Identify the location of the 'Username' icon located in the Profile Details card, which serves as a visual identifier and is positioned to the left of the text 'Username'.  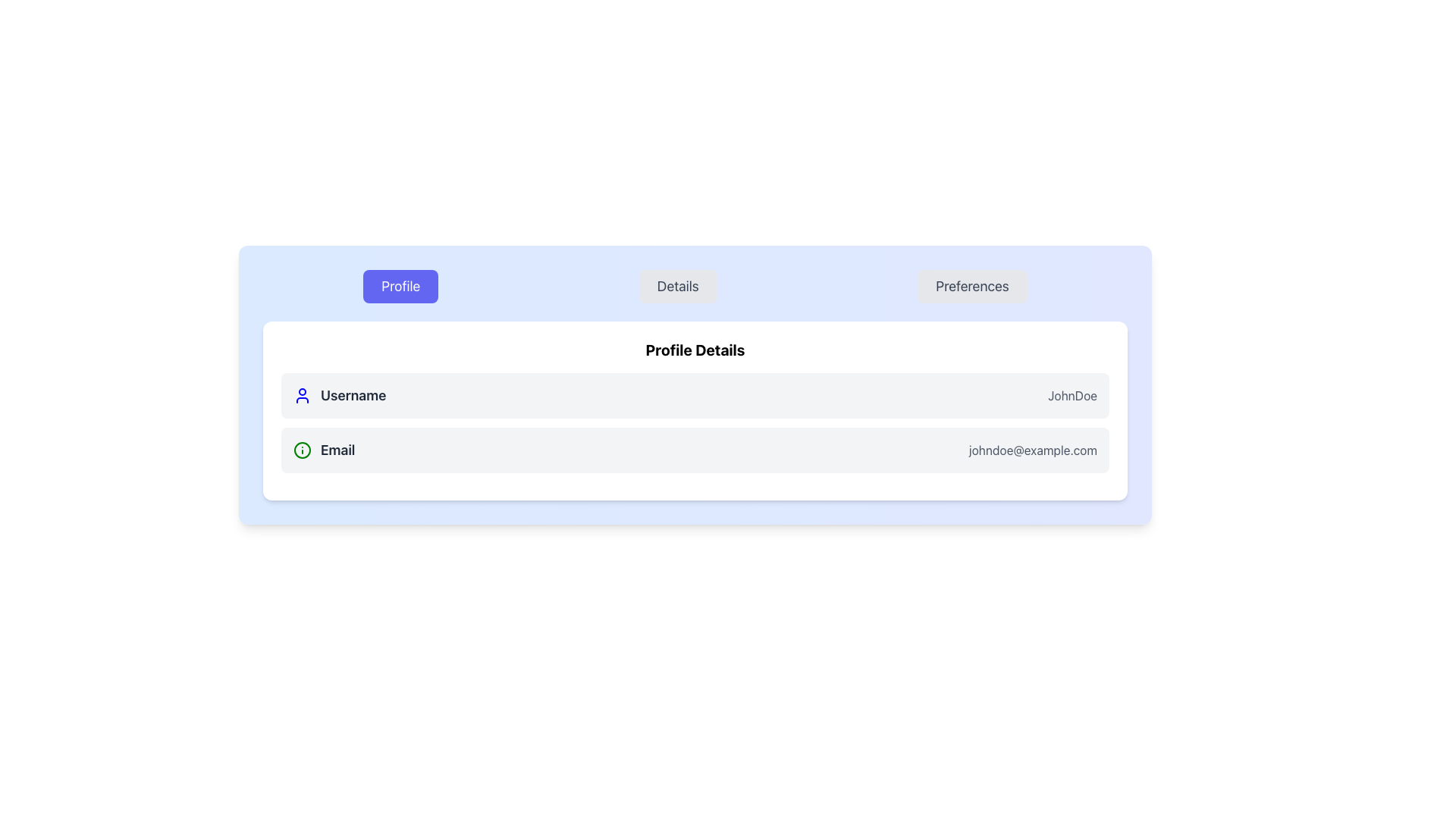
(302, 394).